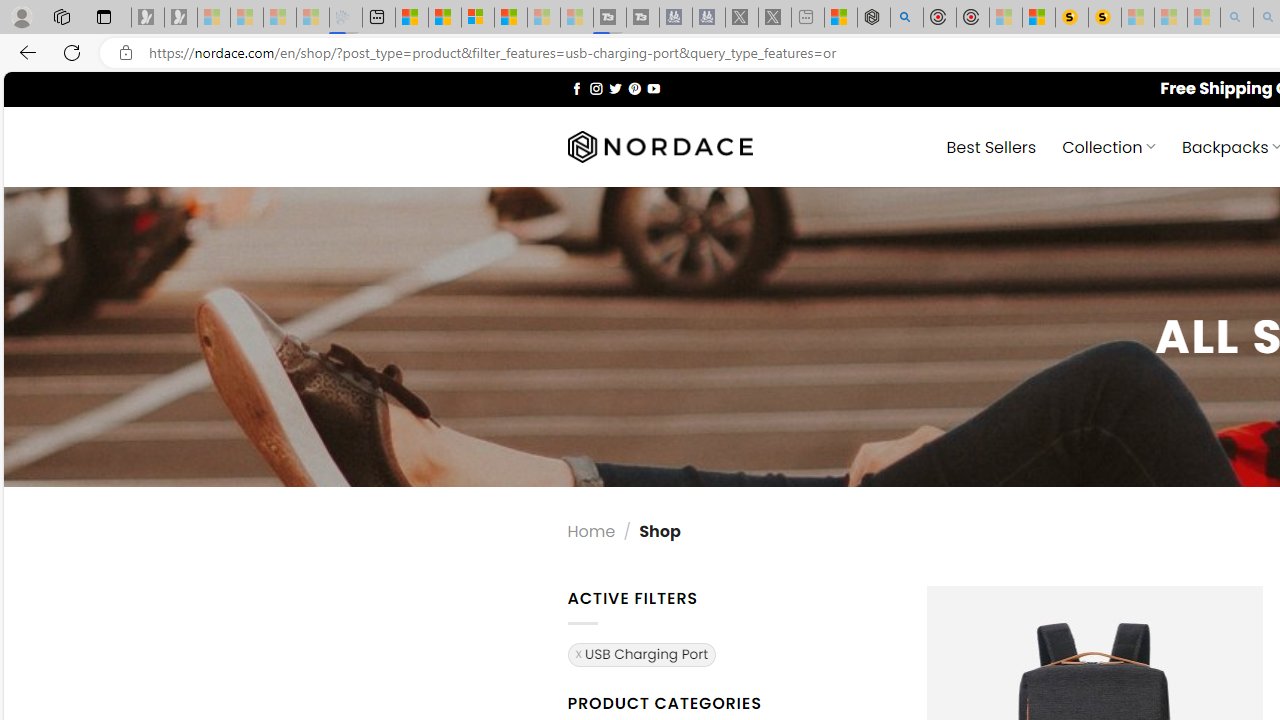  What do you see at coordinates (590, 530) in the screenshot?
I see `'Home'` at bounding box center [590, 530].